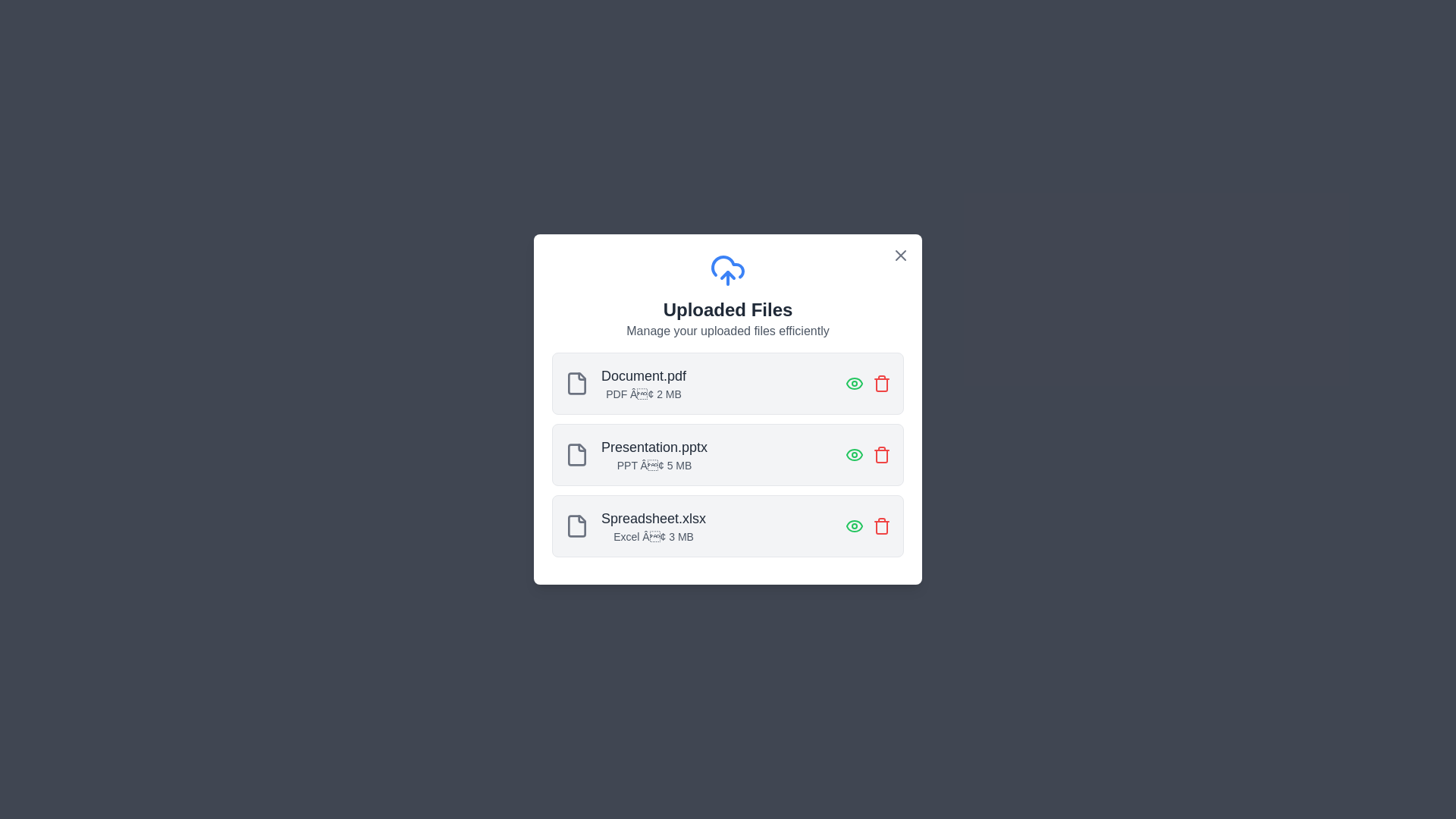 This screenshot has width=1456, height=819. I want to click on metadata information from the static text label located below 'Presentation.pptx' in the second row of the file list within the 'Uploaded Files' modal dialog, so click(654, 464).